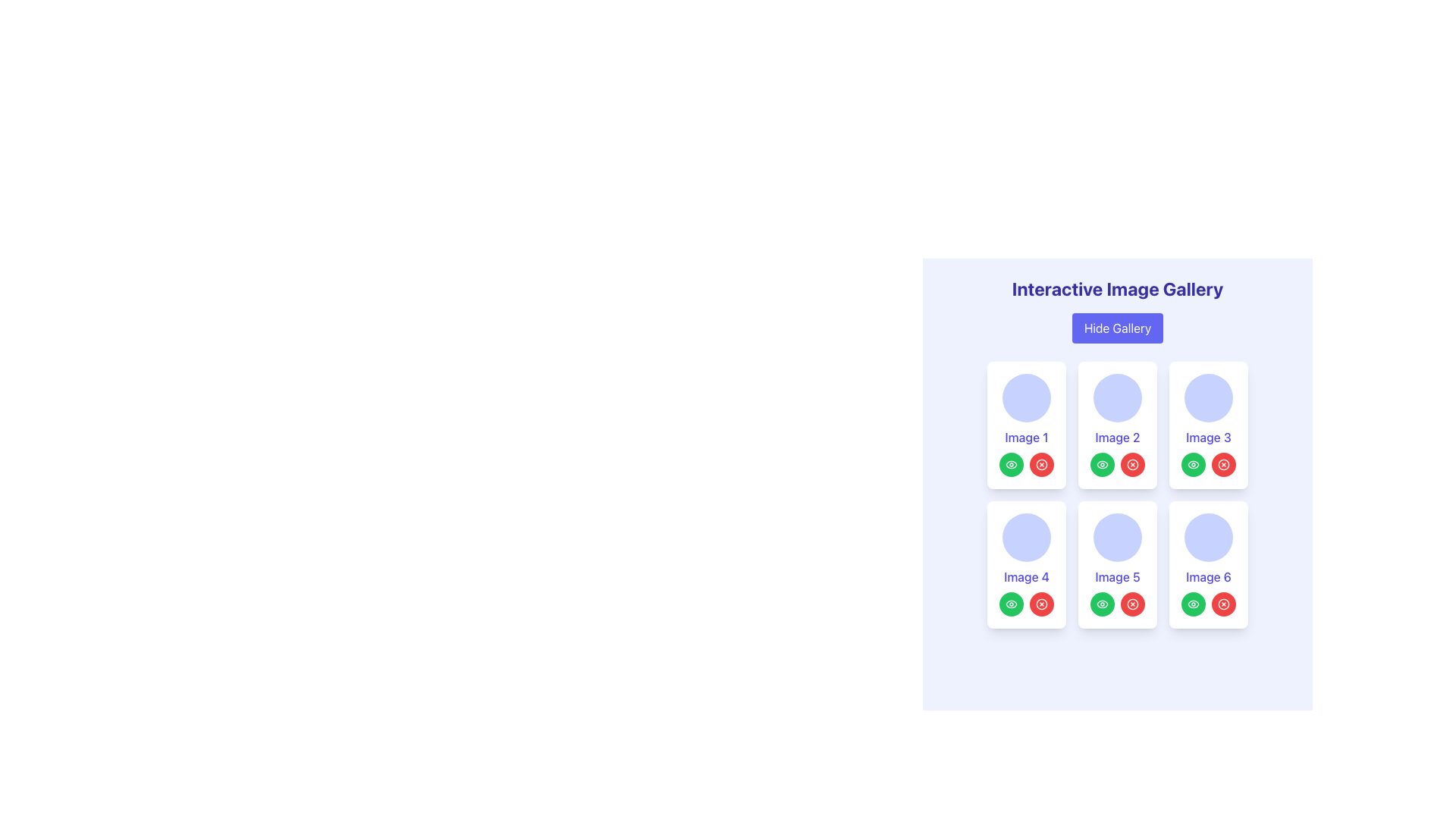 The width and height of the screenshot is (1456, 819). What do you see at coordinates (1207, 564) in the screenshot?
I see `the sixth card element in the gallery layout` at bounding box center [1207, 564].